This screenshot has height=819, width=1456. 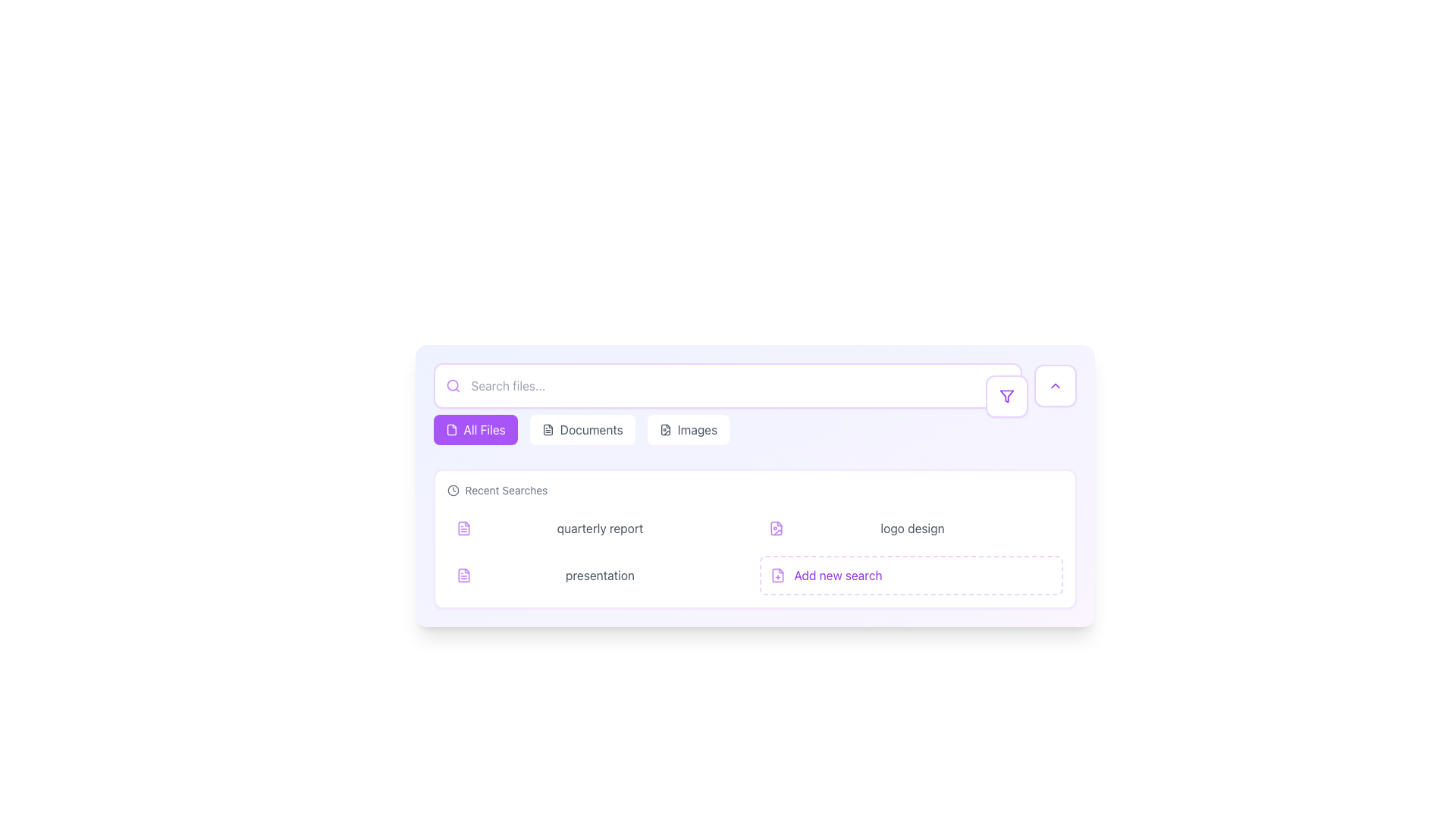 What do you see at coordinates (450, 430) in the screenshot?
I see `the 'All Files' icon located in the top bar's navigation section, next to the text label for file categories` at bounding box center [450, 430].